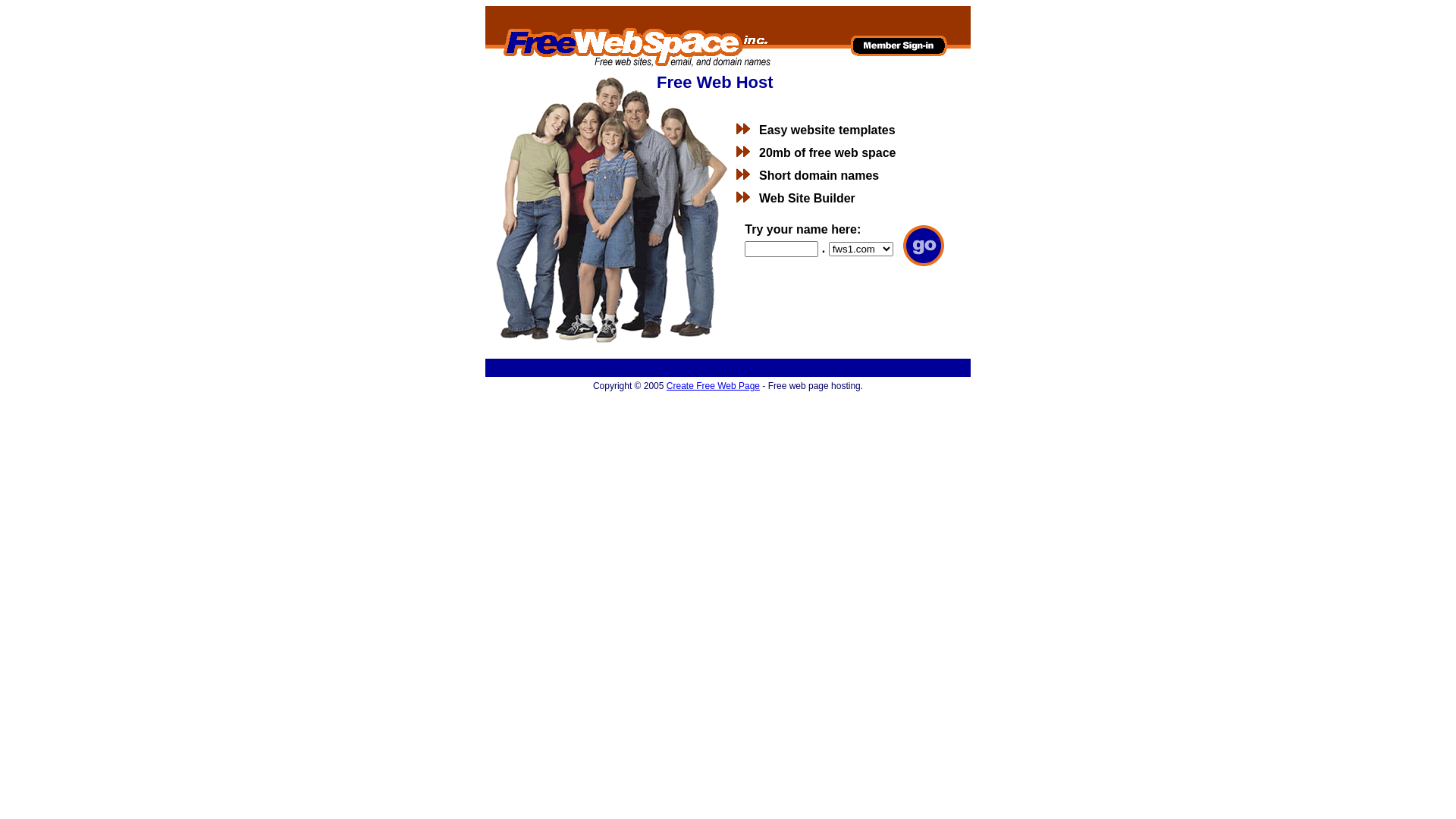 The image size is (1456, 819). Describe the element at coordinates (666, 385) in the screenshot. I see `'Create Free Web Page'` at that location.